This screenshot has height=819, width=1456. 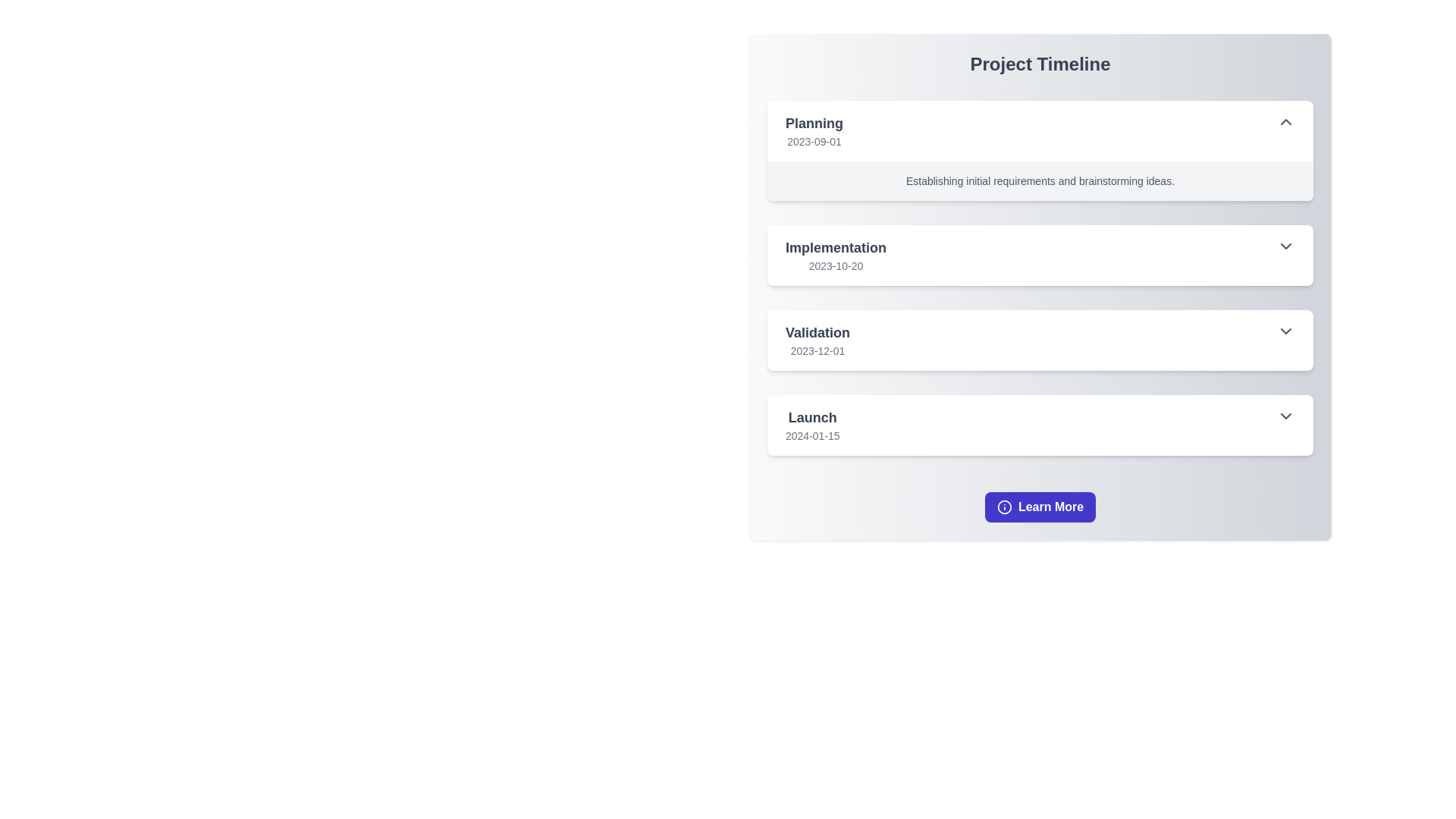 What do you see at coordinates (835, 247) in the screenshot?
I see `the Text label that serves as the header for the 'Implementation' phase in the project timeline, located above the date '2023-10-20'` at bounding box center [835, 247].